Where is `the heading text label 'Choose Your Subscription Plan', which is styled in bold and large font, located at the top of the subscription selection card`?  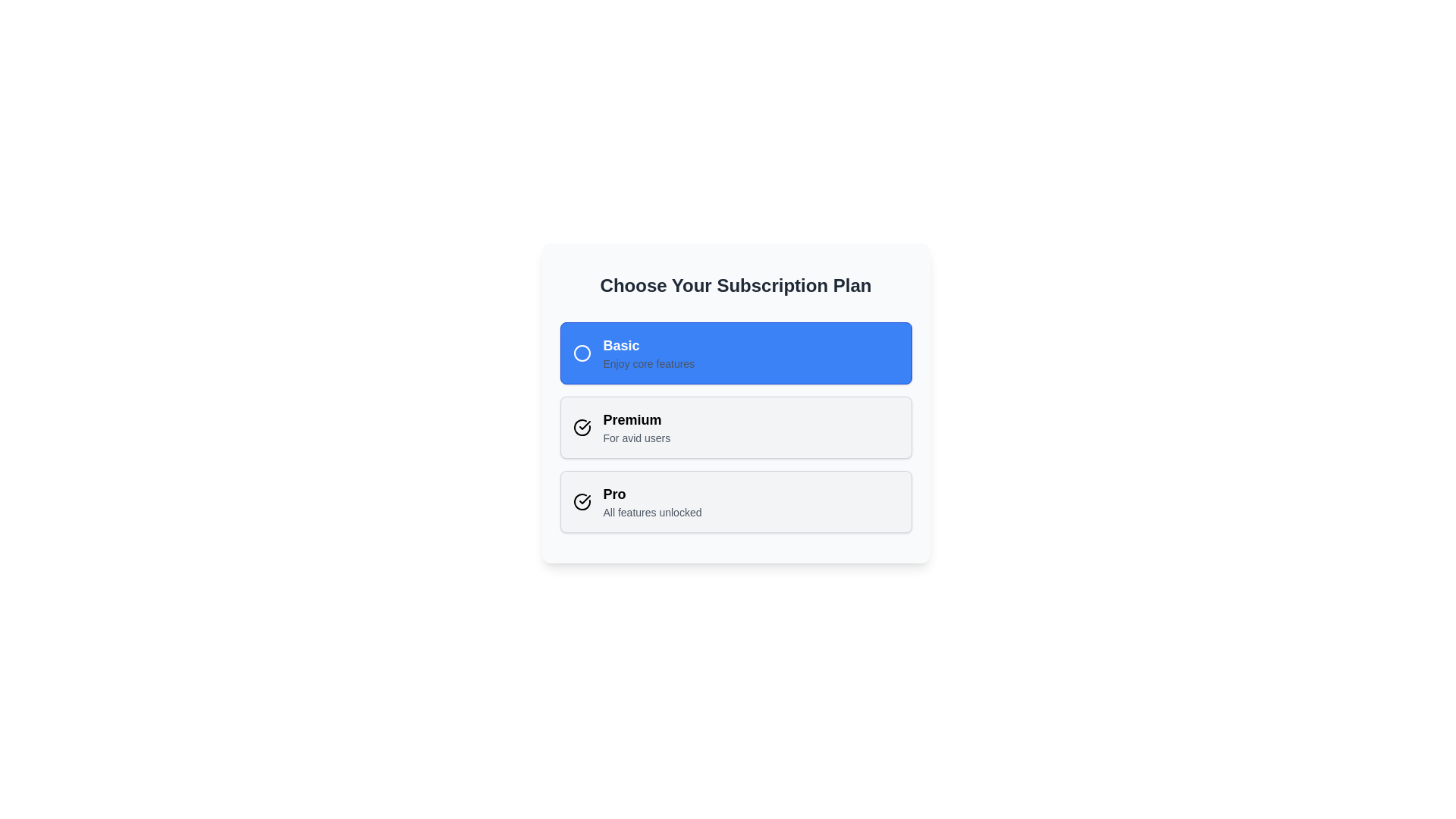
the heading text label 'Choose Your Subscription Plan', which is styled in bold and large font, located at the top of the subscription selection card is located at coordinates (736, 286).